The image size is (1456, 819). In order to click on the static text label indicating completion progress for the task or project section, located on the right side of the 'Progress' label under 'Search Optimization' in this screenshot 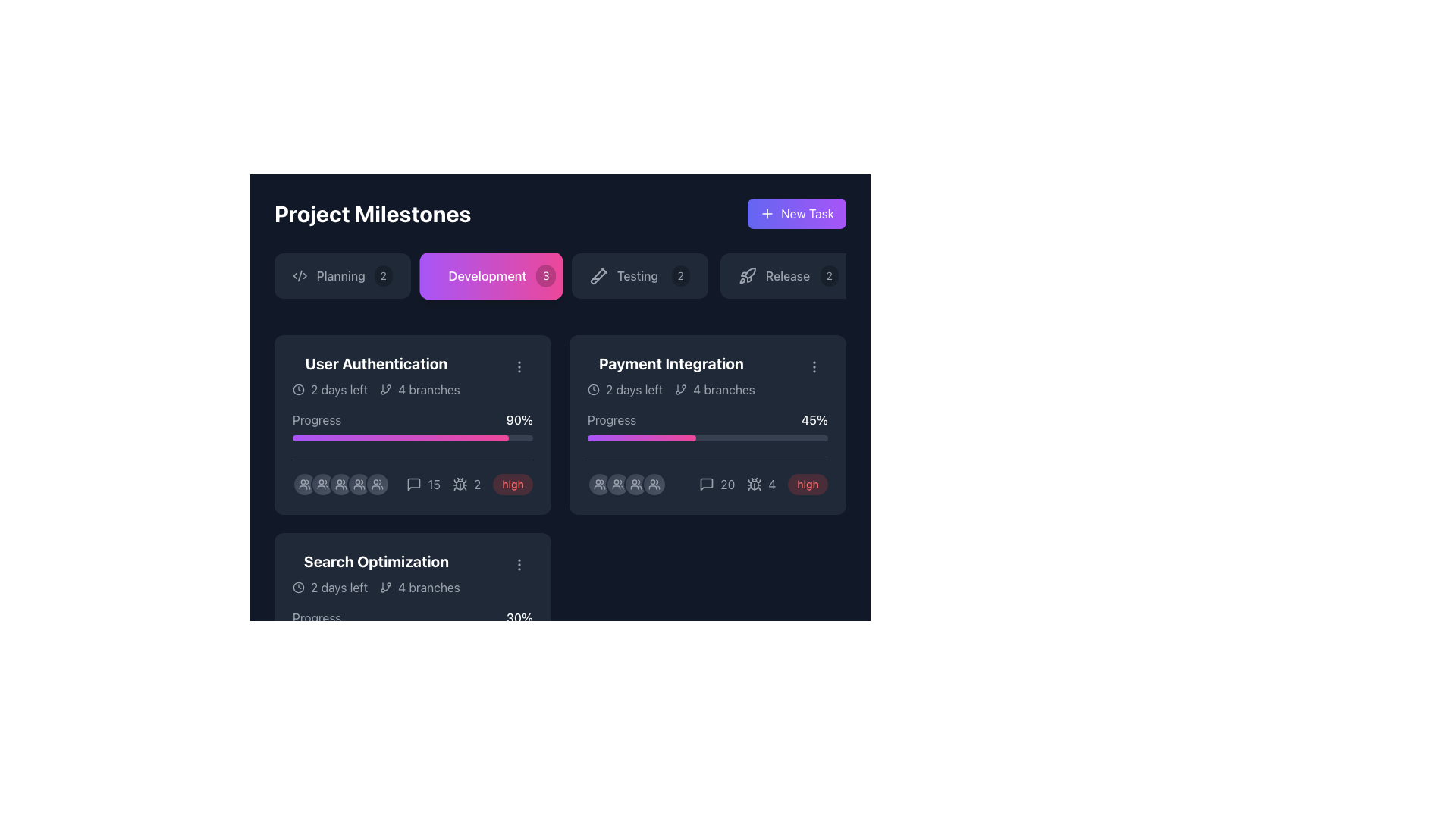, I will do `click(519, 617)`.